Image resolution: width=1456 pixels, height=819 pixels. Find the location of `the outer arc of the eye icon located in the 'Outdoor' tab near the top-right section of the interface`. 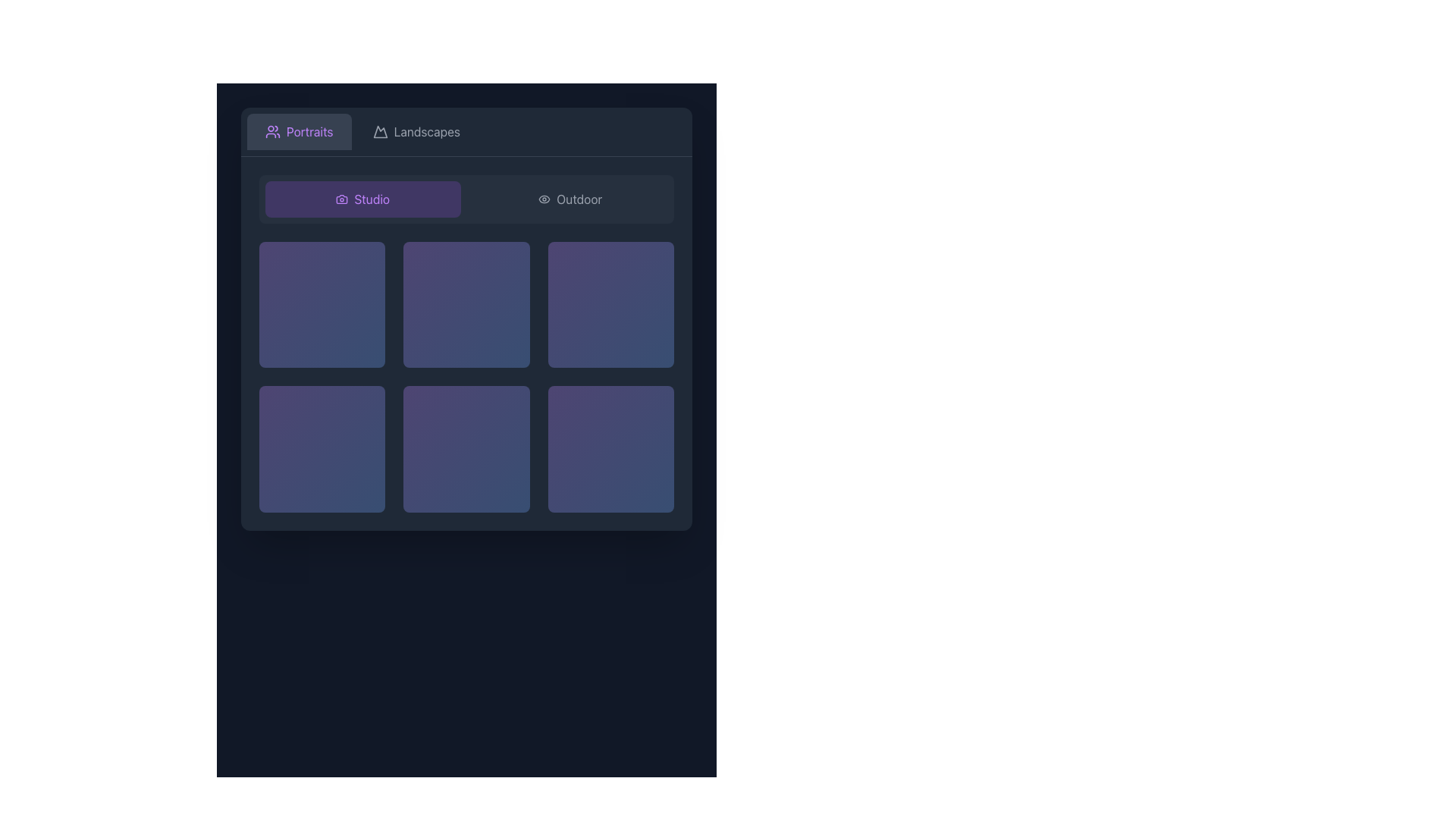

the outer arc of the eye icon located in the 'Outdoor' tab near the top-right section of the interface is located at coordinates (544, 198).